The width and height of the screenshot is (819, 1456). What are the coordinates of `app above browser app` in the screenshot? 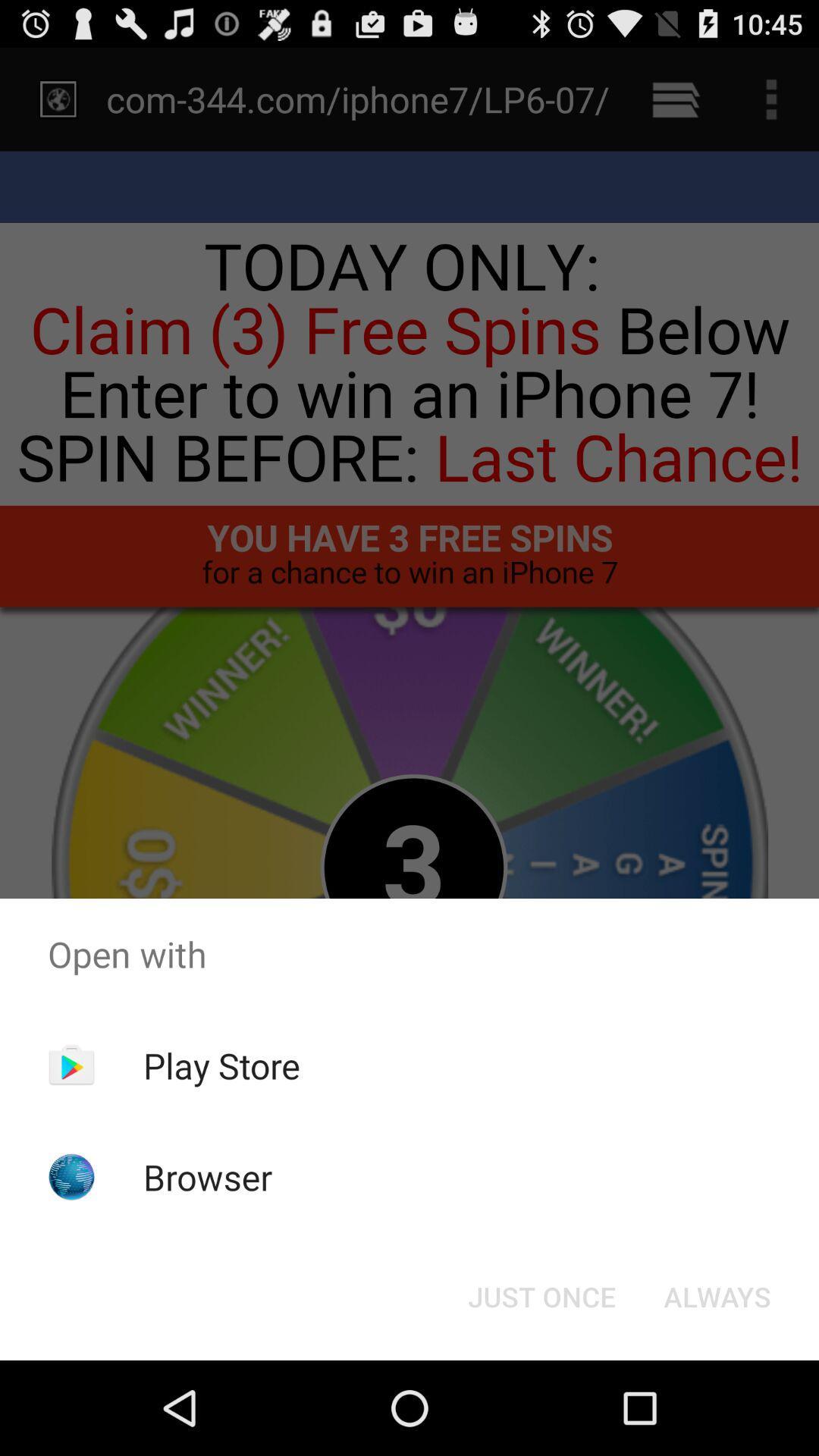 It's located at (221, 1065).